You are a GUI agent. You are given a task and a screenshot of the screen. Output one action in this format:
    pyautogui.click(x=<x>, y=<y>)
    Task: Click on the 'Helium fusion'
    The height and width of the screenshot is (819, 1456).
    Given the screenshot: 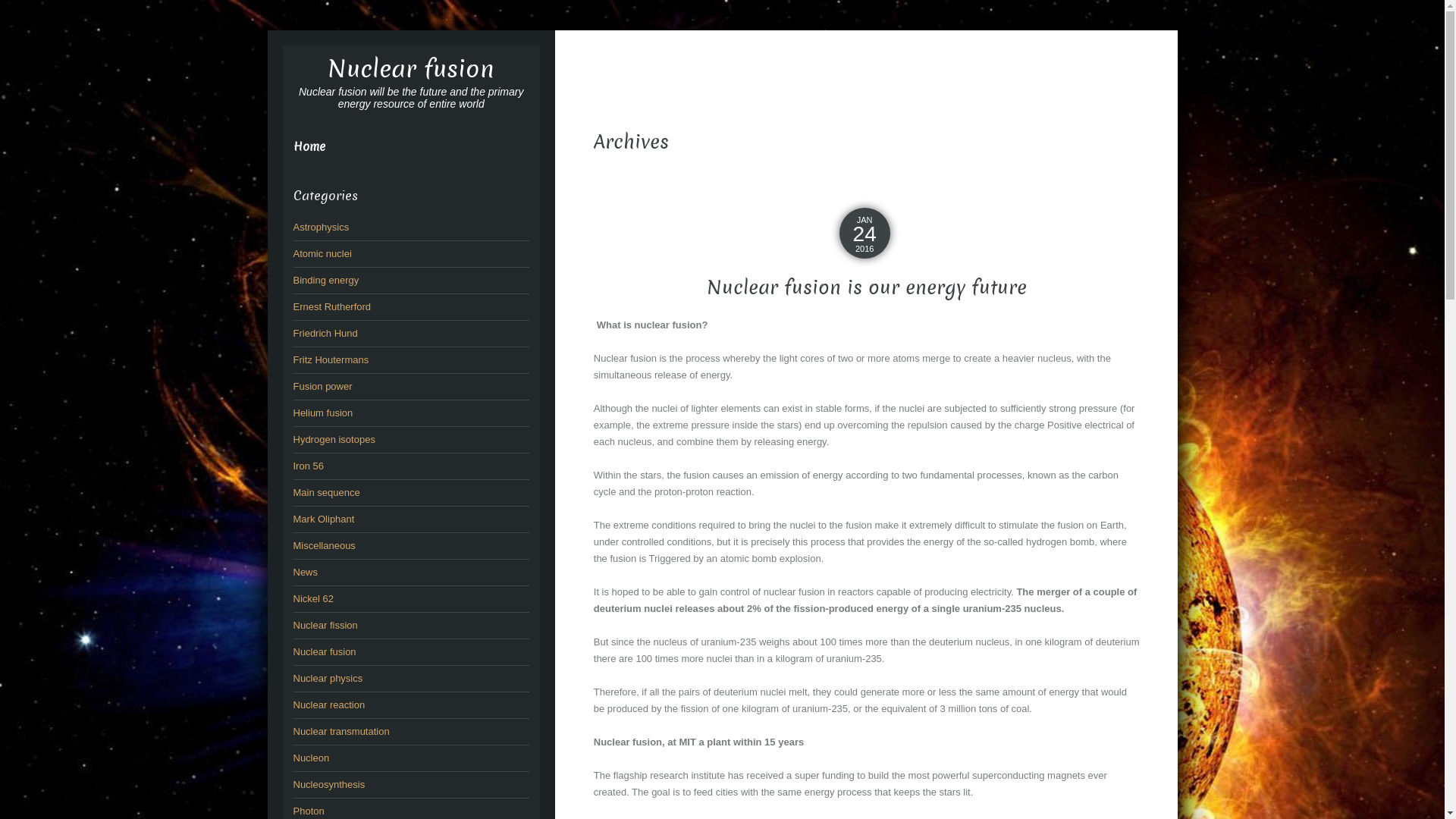 What is the action you would take?
    pyautogui.click(x=322, y=413)
    